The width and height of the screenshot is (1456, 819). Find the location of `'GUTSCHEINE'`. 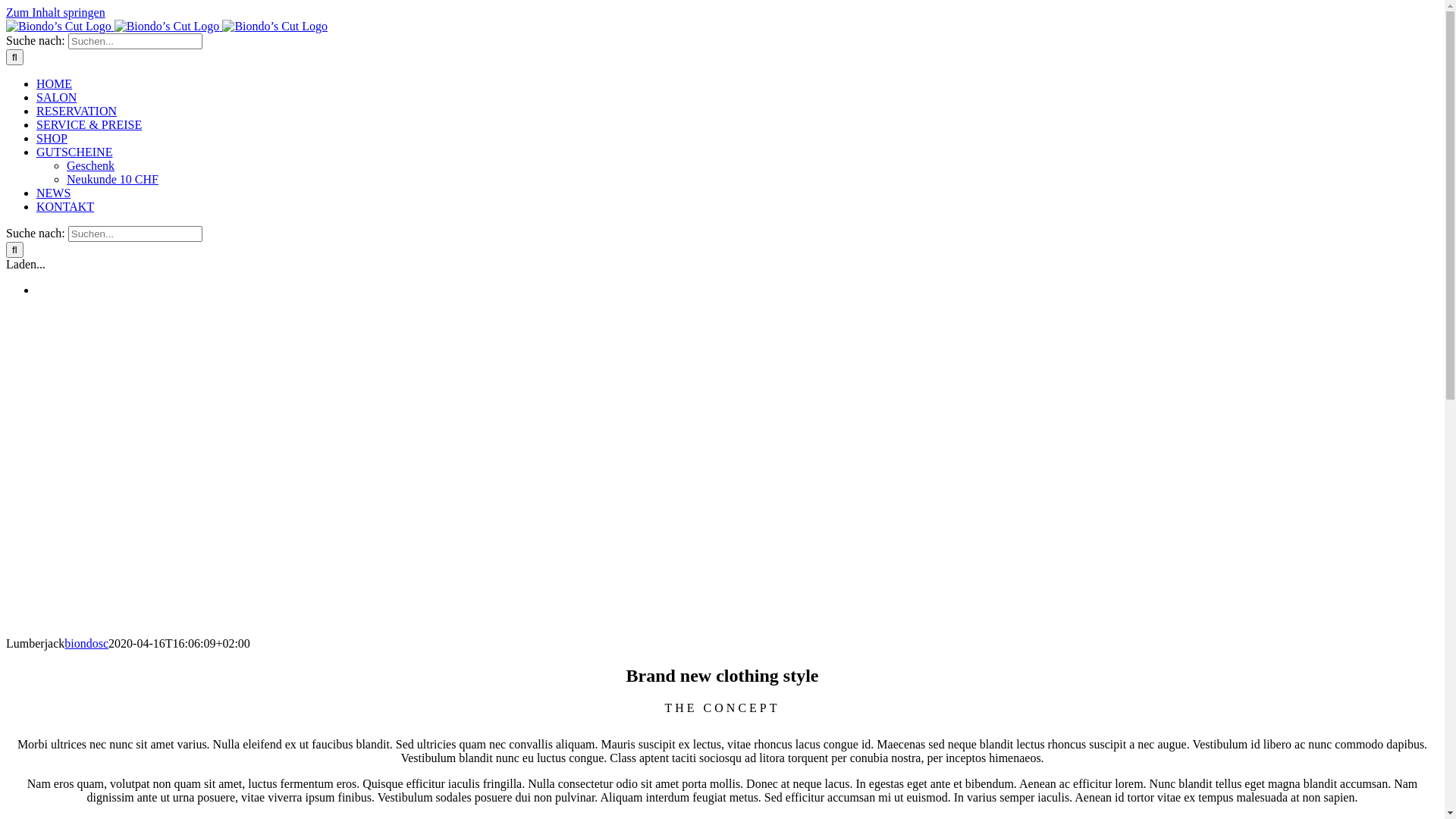

'GUTSCHEINE' is located at coordinates (73, 152).